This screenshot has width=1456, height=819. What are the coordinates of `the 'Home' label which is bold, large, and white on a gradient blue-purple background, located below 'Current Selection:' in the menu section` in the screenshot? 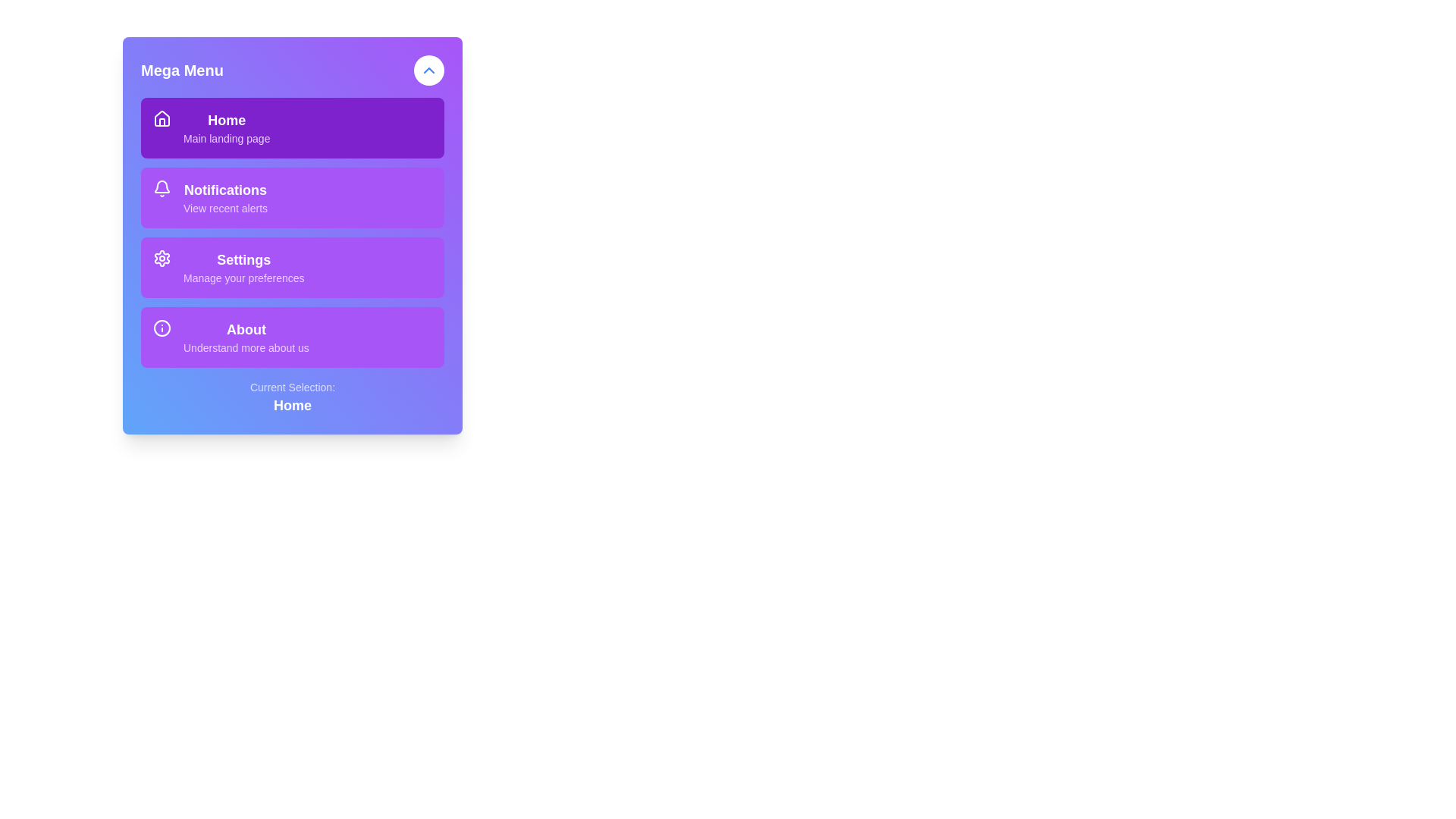 It's located at (292, 405).